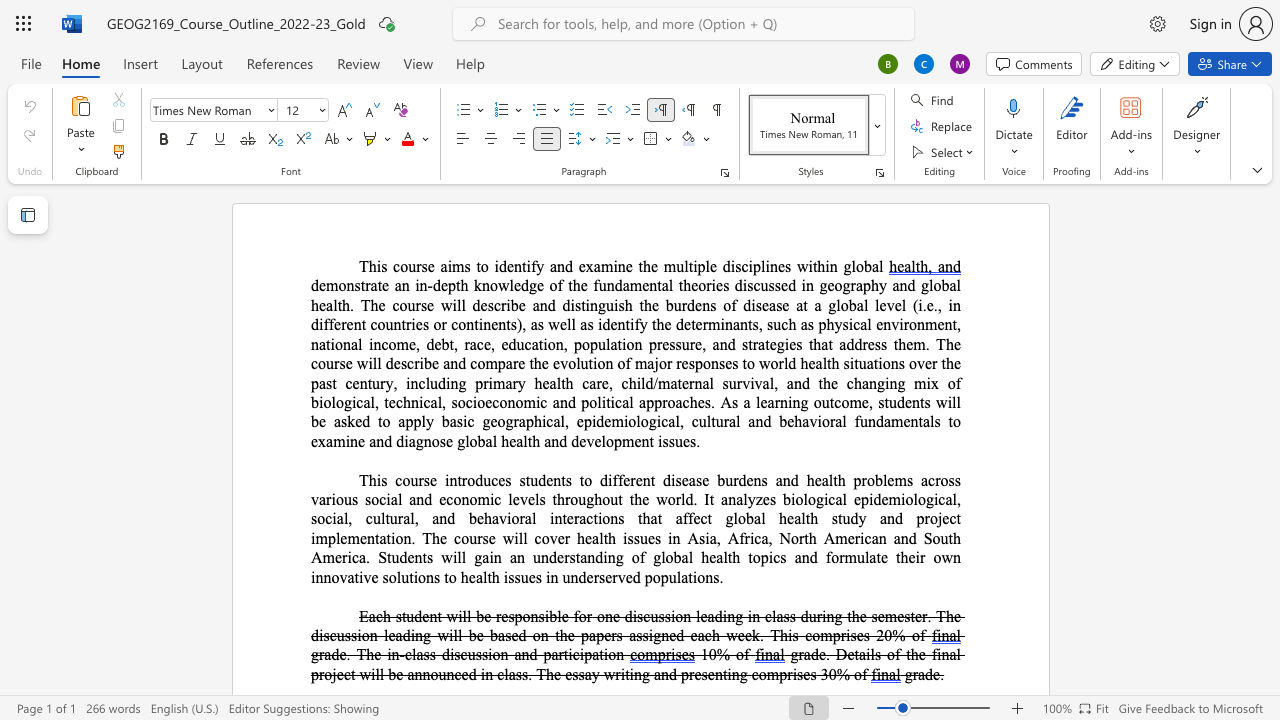 The image size is (1280, 720). Describe the element at coordinates (496, 363) in the screenshot. I see `the space between the continuous character "m" and "p" in the text` at that location.